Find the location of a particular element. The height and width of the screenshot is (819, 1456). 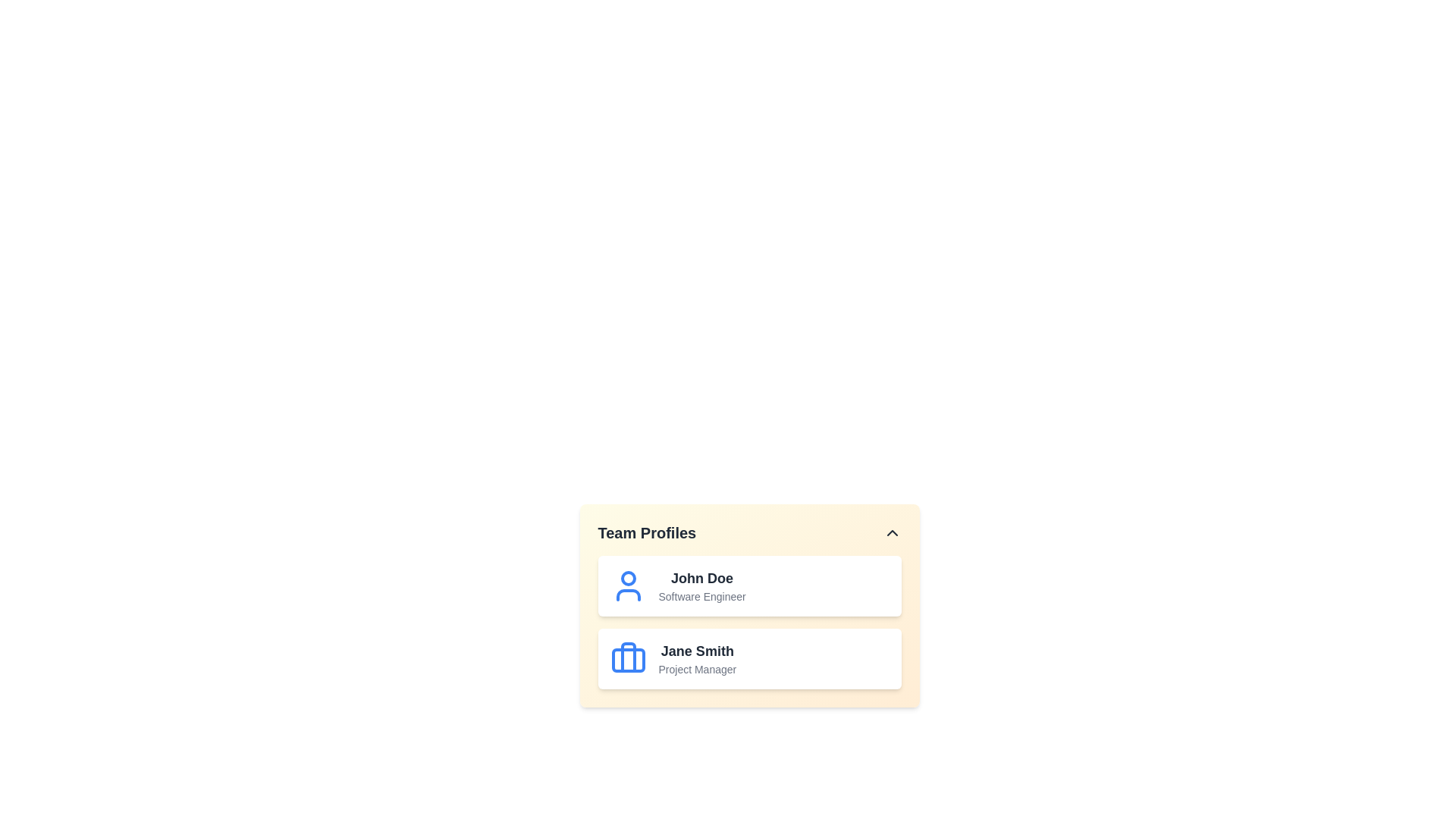

individual's name and job title displayed in the text area located within the white card to the right of the user profile icon in the Team Profiles section is located at coordinates (701, 585).